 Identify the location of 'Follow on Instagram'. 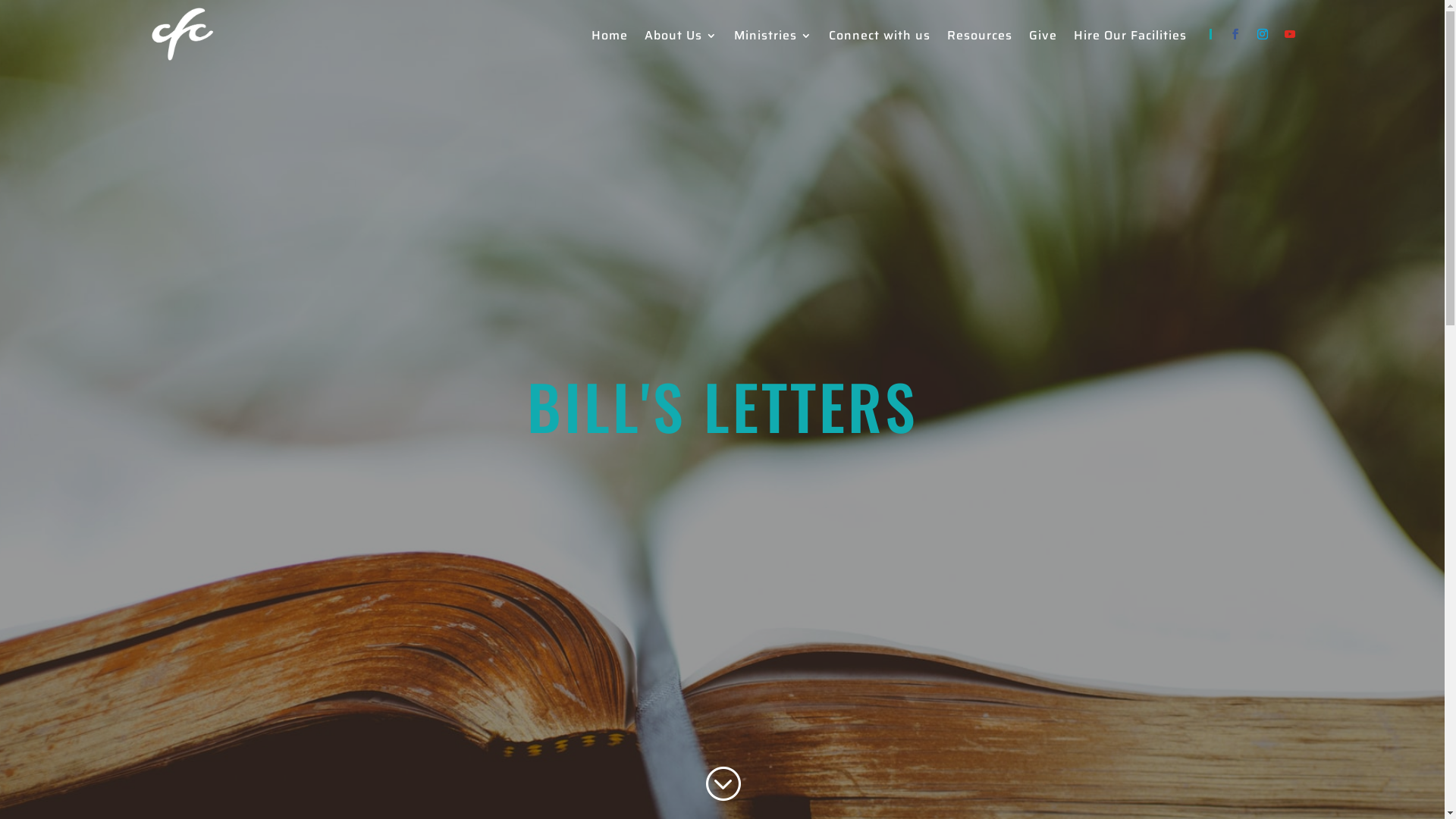
(1262, 34).